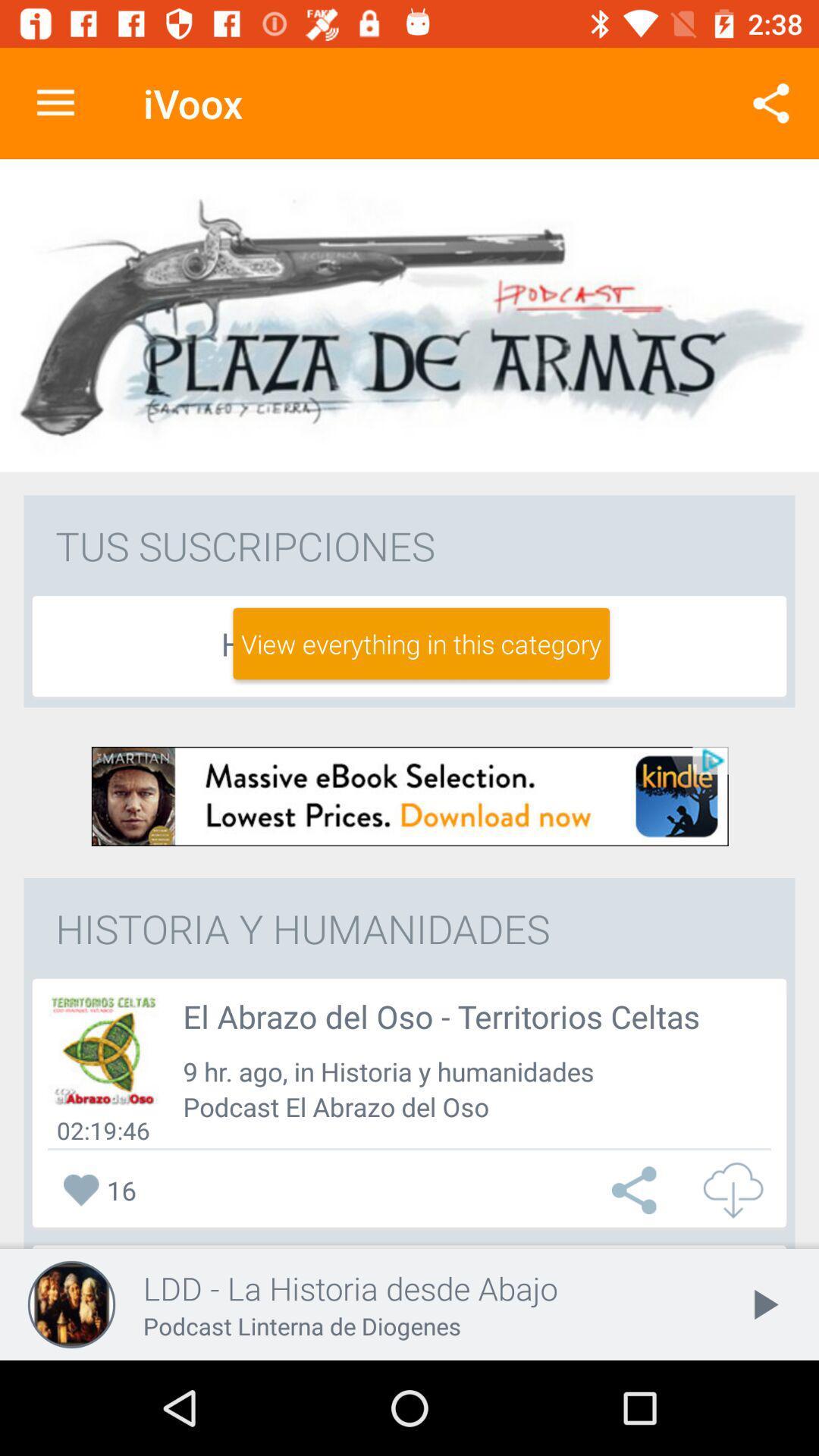  I want to click on choose this, so click(638, 1189).